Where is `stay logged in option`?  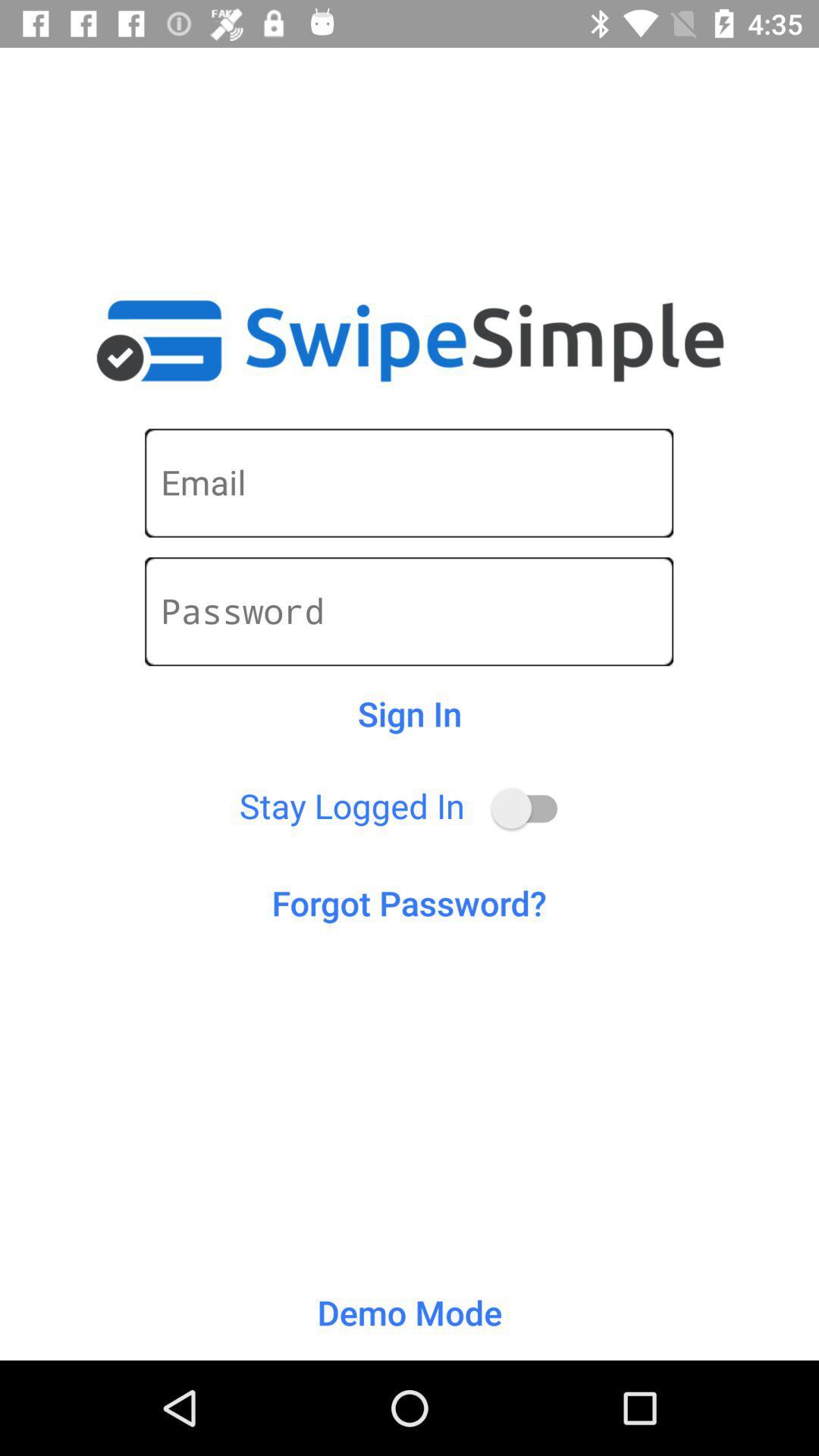
stay logged in option is located at coordinates (531, 808).